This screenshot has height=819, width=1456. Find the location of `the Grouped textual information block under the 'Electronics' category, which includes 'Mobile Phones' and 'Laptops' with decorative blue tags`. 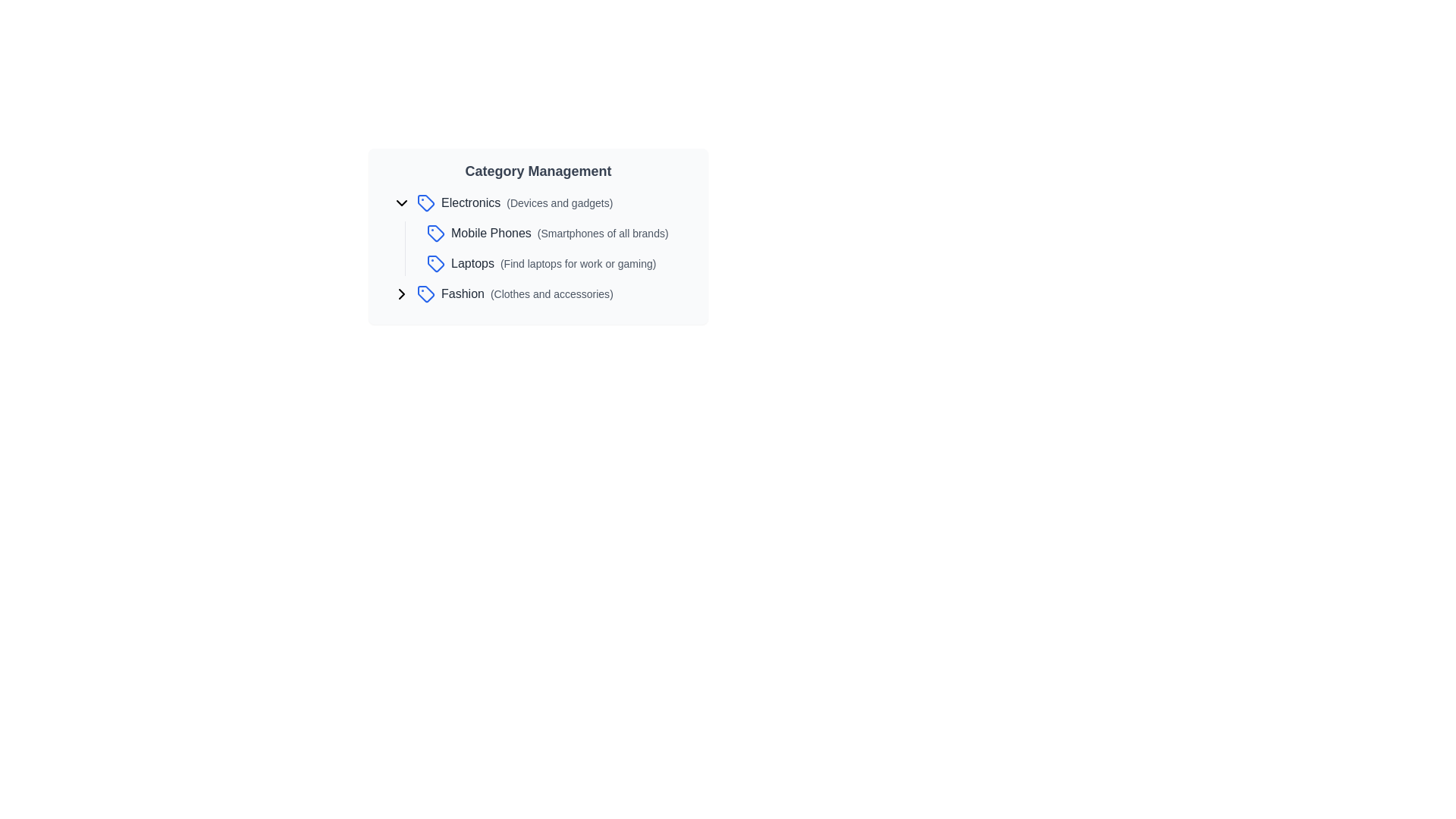

the Grouped textual information block under the 'Electronics' category, which includes 'Mobile Phones' and 'Laptops' with decorative blue tags is located at coordinates (560, 247).